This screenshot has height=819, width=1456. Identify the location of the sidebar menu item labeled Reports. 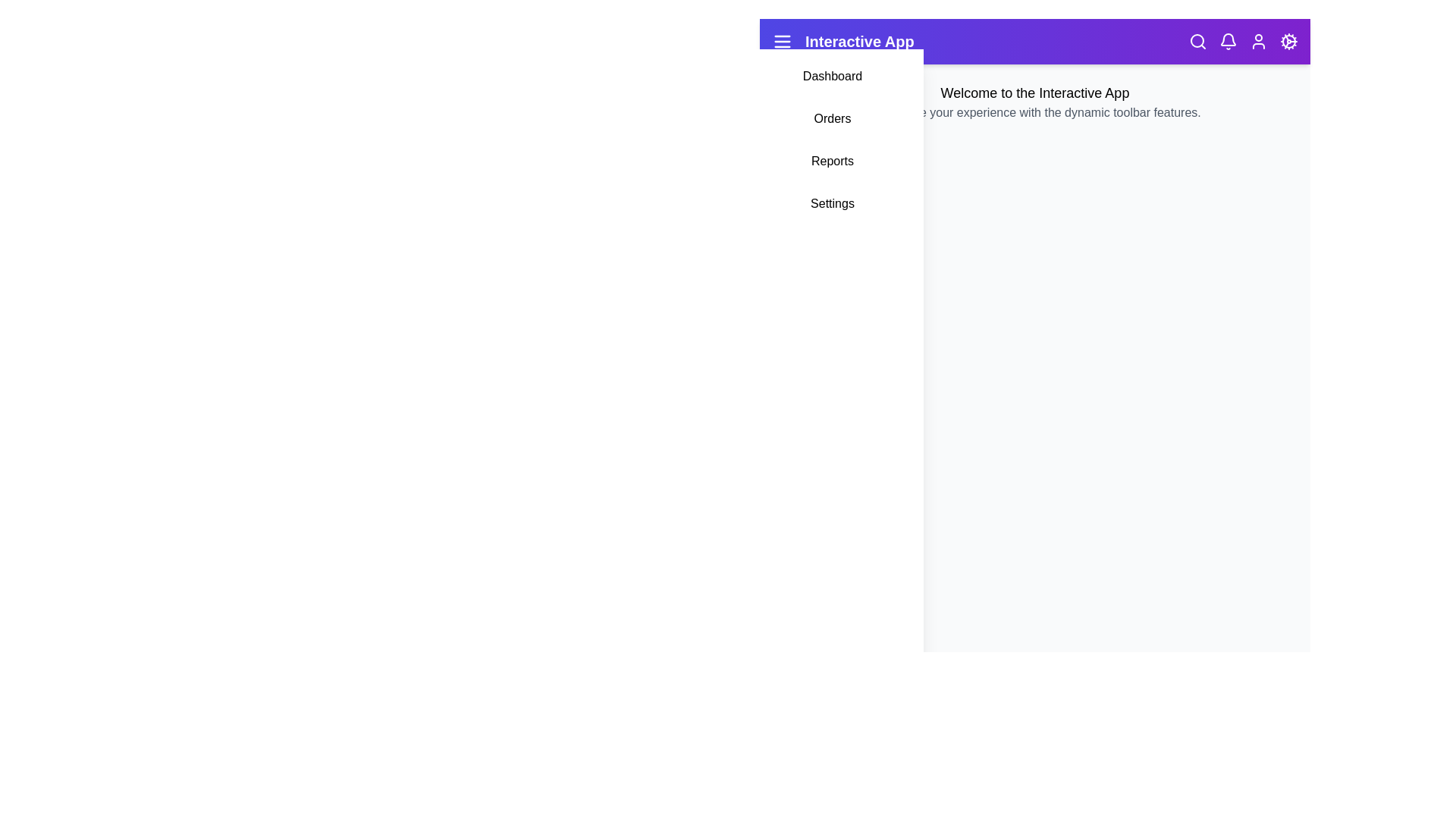
(832, 161).